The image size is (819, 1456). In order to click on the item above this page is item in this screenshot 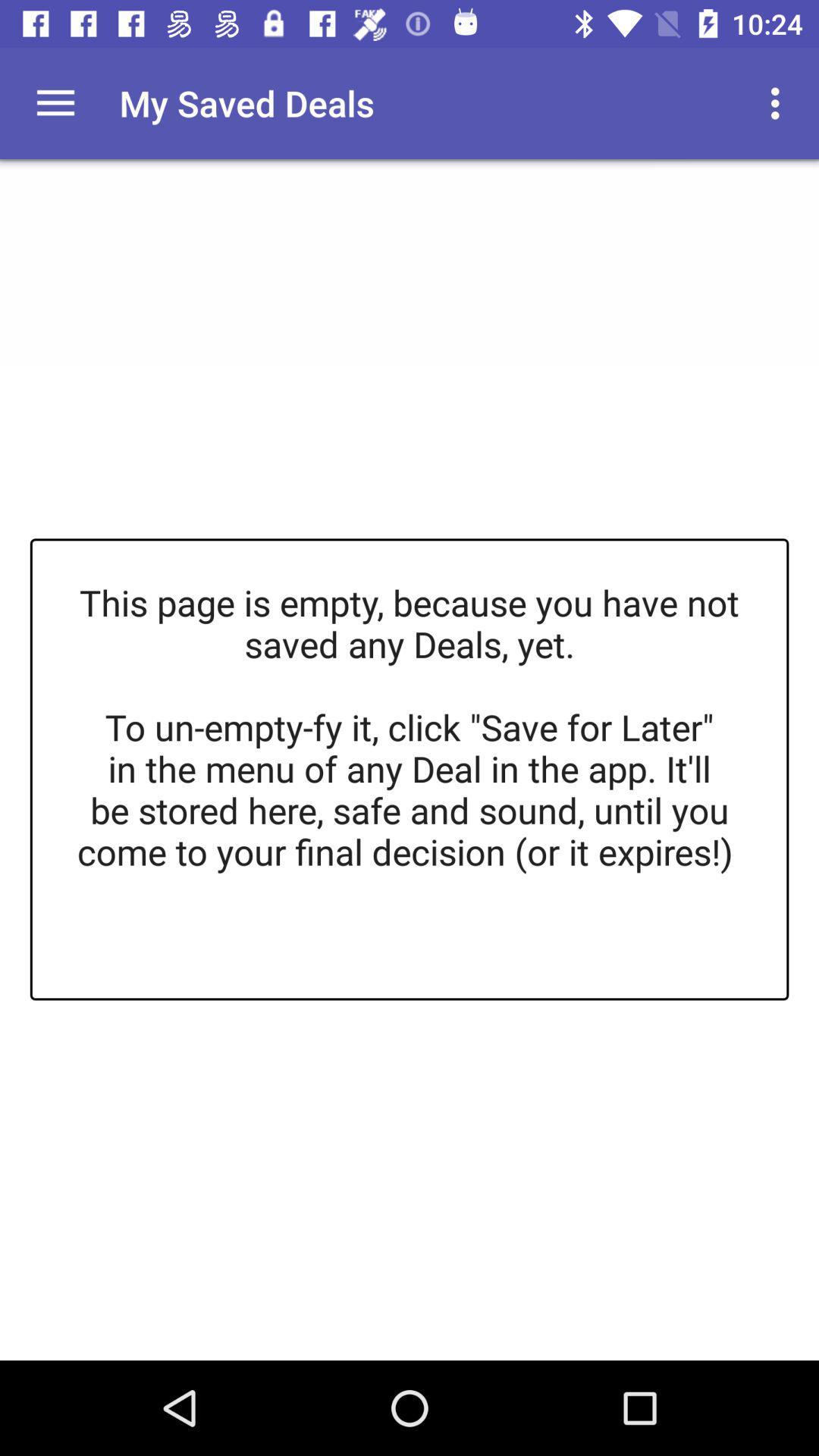, I will do `click(779, 102)`.